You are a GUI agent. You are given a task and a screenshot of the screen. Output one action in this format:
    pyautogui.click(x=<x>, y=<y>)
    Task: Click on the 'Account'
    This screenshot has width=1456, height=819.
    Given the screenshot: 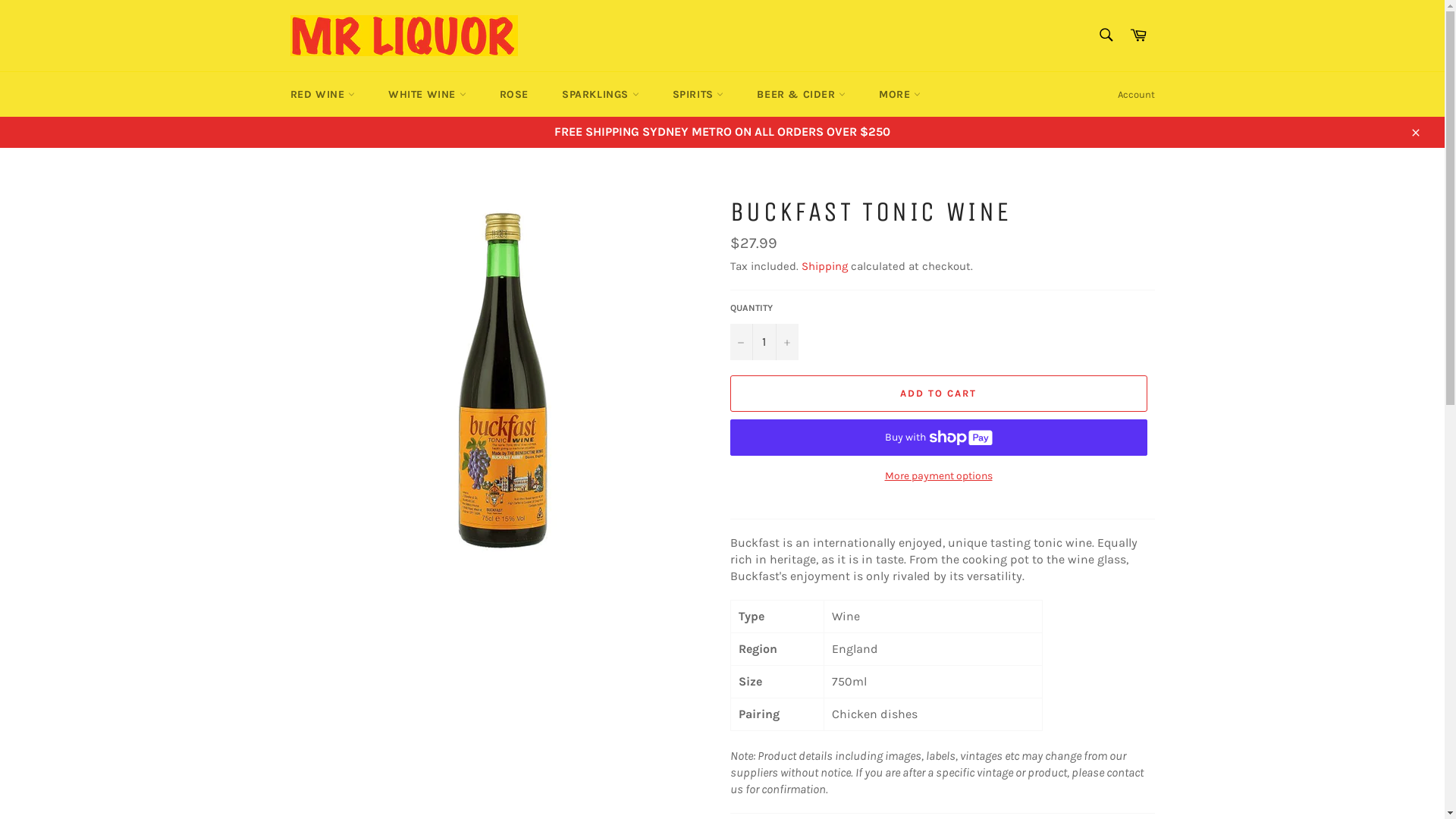 What is the action you would take?
    pyautogui.click(x=1136, y=94)
    